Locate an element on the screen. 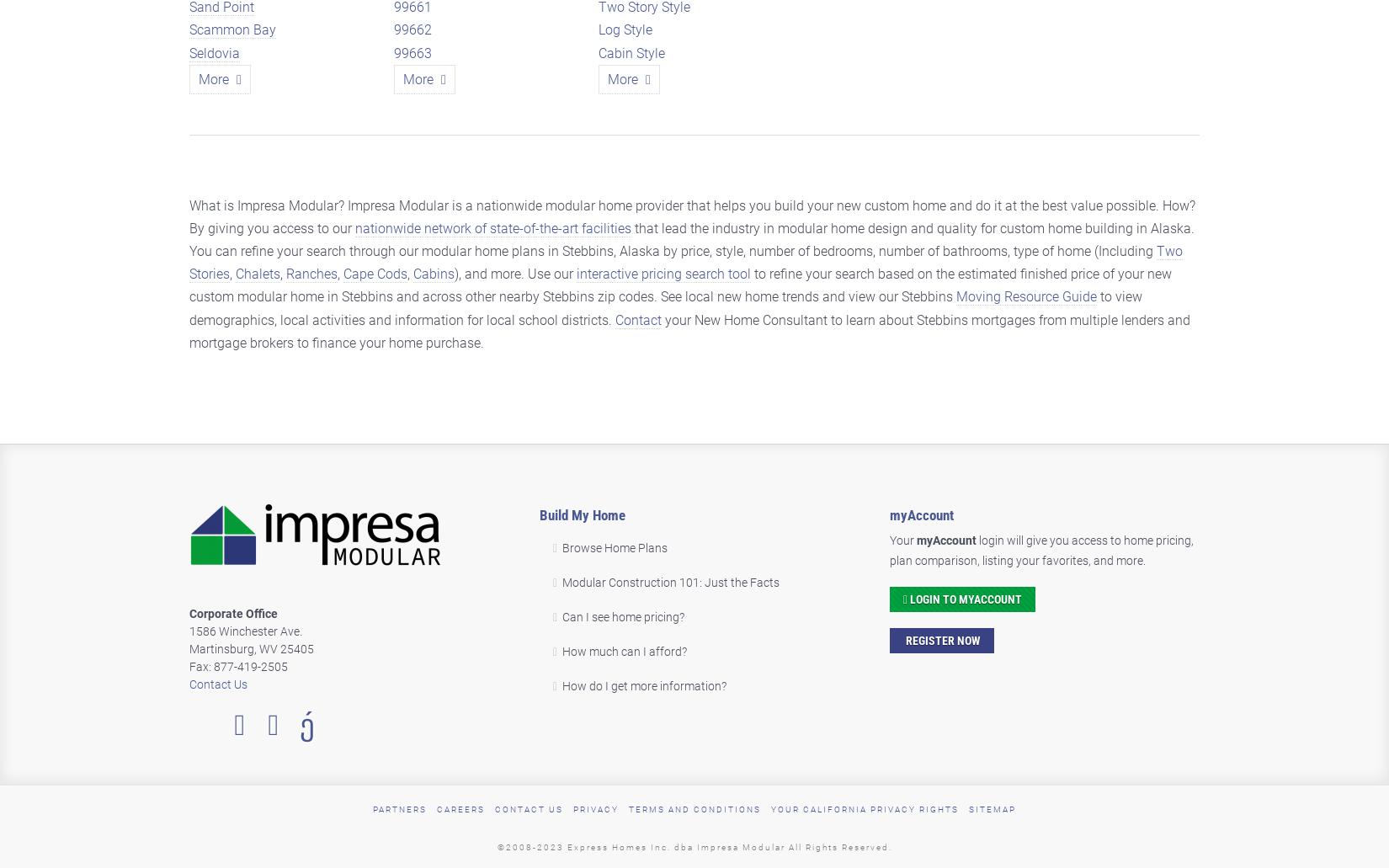  'Browse Home Plans' is located at coordinates (613, 547).